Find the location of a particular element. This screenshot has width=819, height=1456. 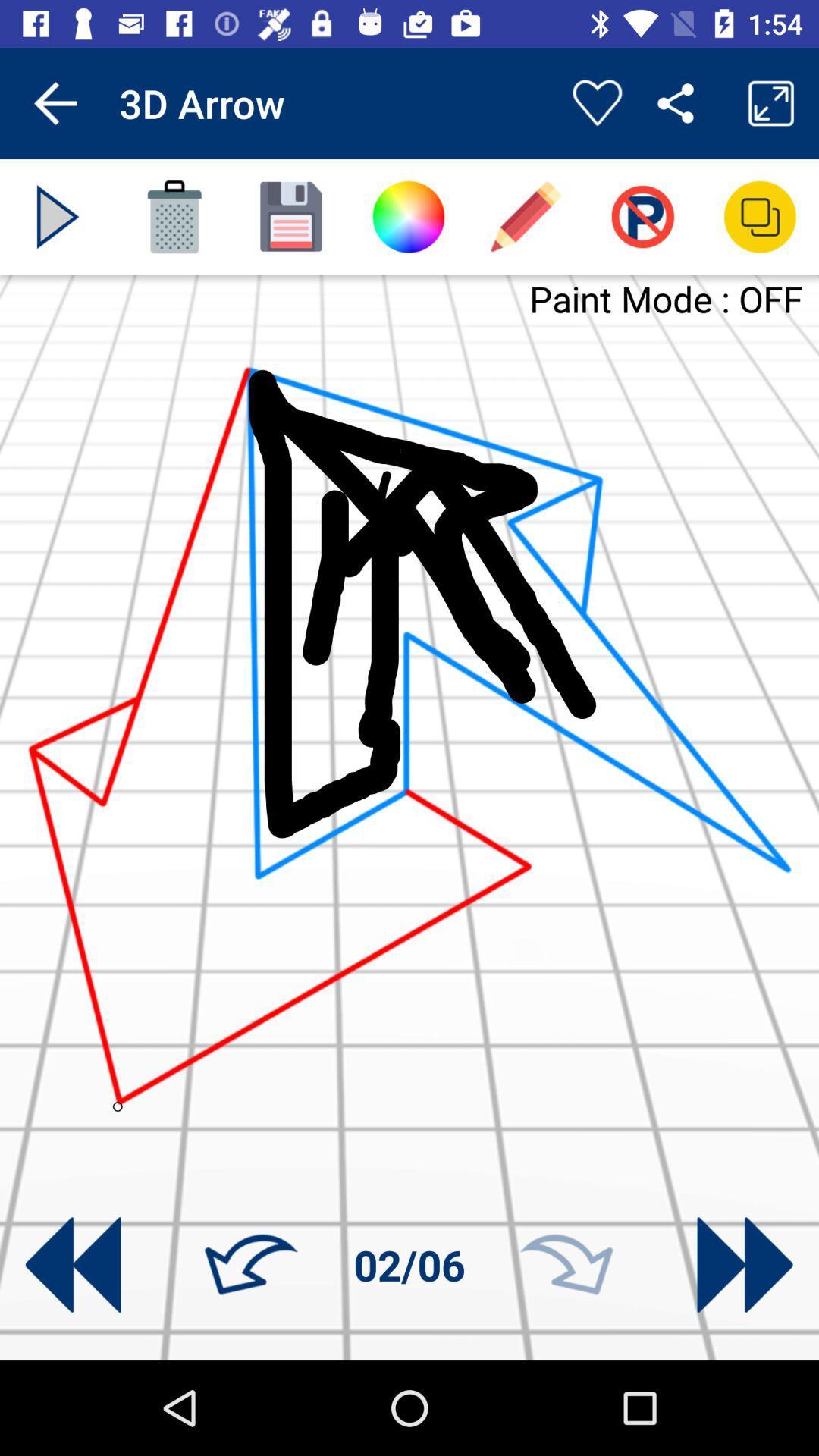

minimize/maximize page is located at coordinates (760, 216).